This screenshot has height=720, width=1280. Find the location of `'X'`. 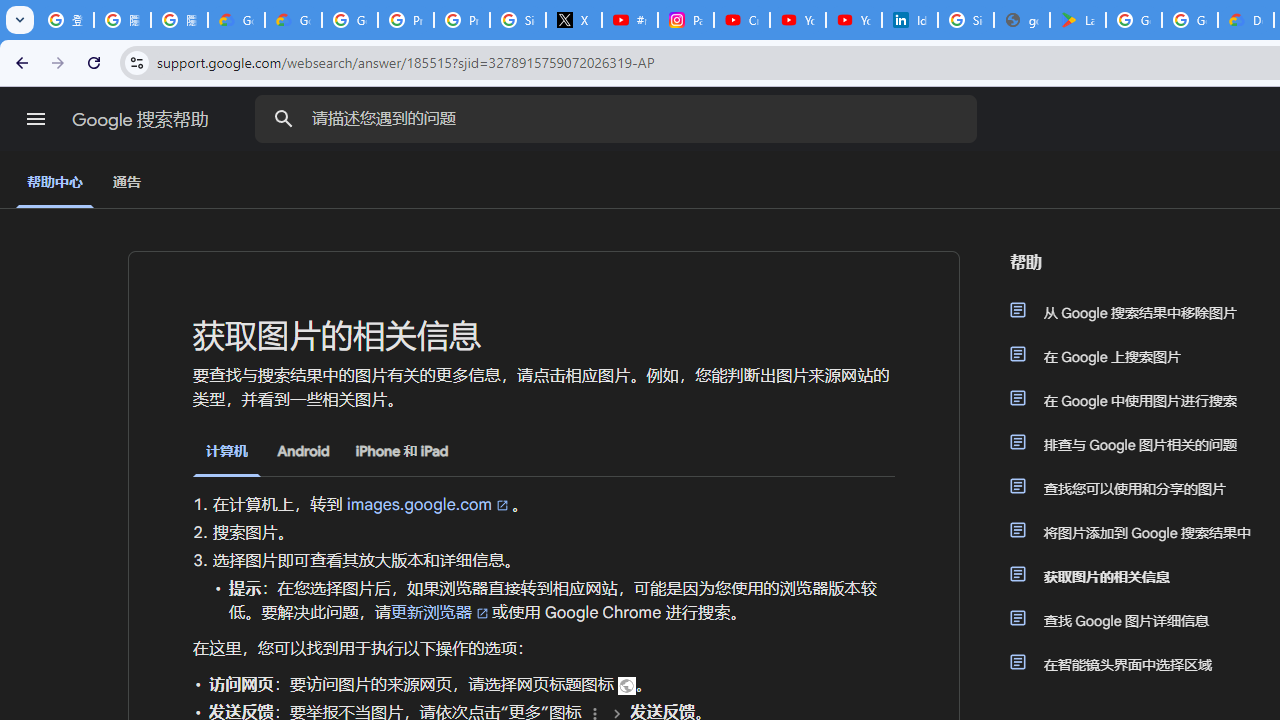

'X' is located at coordinates (573, 20).